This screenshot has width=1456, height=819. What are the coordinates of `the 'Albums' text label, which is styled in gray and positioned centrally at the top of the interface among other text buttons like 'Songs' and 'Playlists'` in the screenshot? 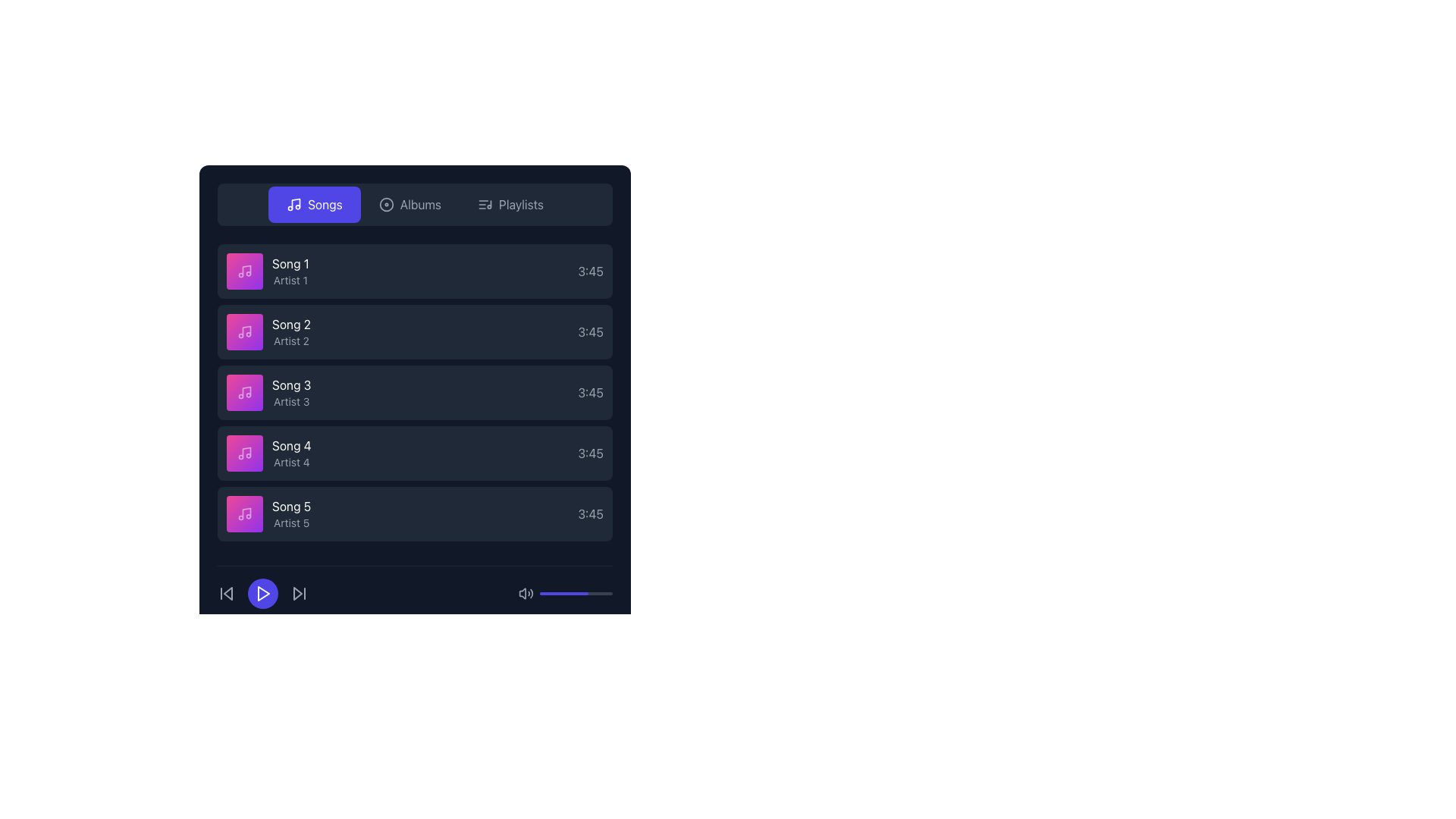 It's located at (420, 205).